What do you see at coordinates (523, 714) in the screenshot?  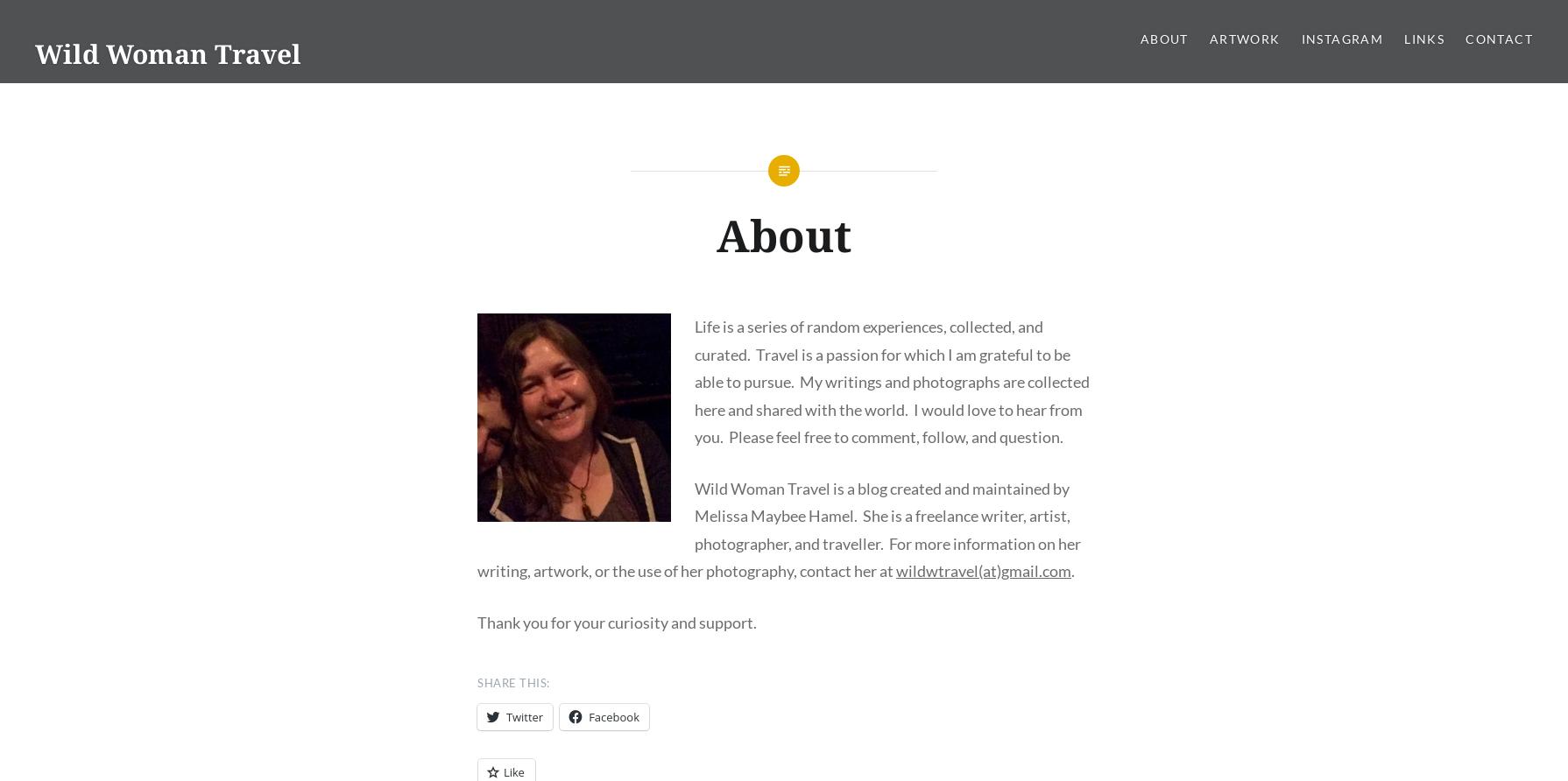 I see `'Twitter'` at bounding box center [523, 714].